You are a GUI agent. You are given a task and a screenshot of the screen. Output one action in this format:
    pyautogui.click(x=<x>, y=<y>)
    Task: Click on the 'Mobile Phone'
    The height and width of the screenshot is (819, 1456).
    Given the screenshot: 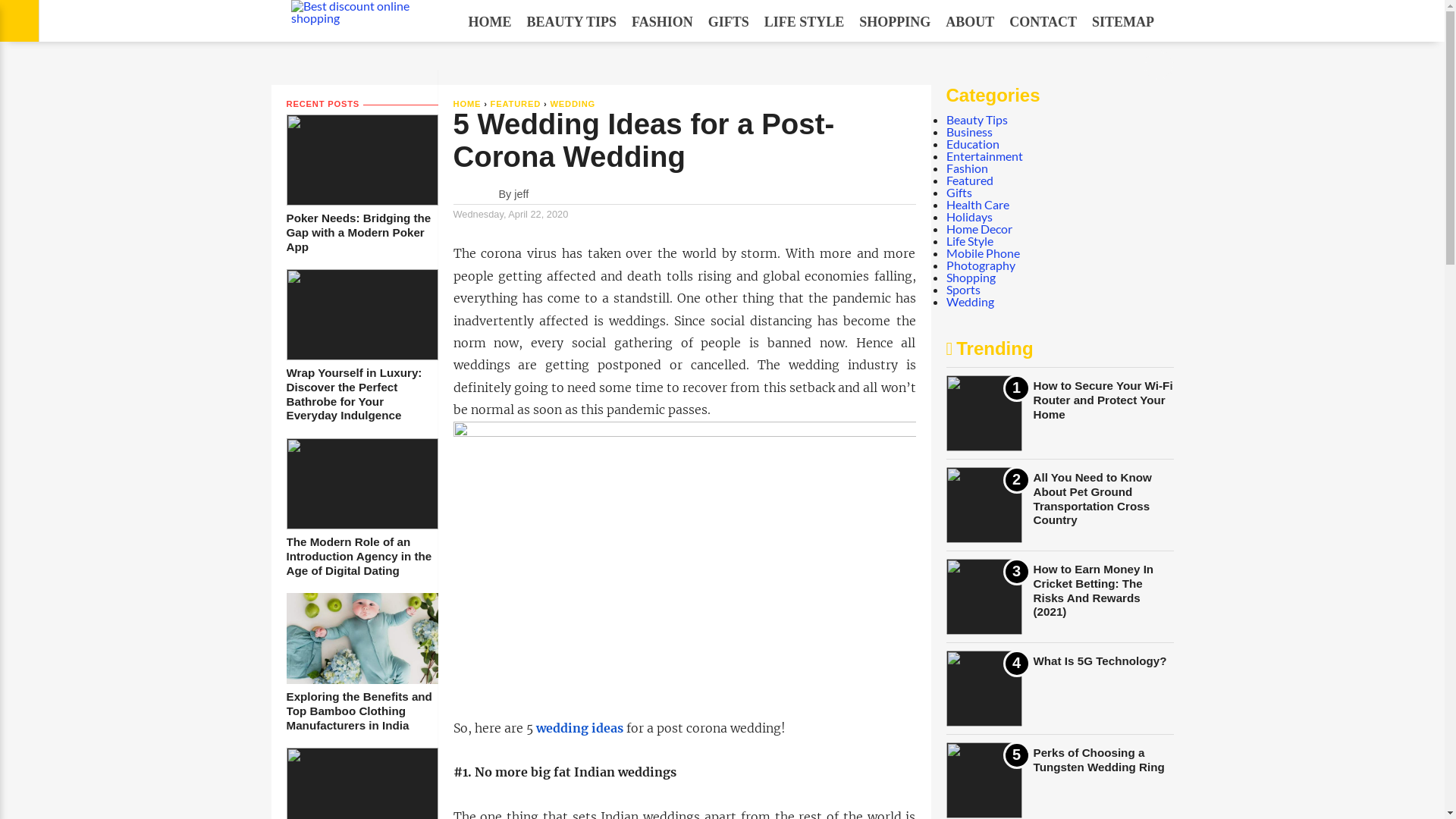 What is the action you would take?
    pyautogui.click(x=983, y=252)
    